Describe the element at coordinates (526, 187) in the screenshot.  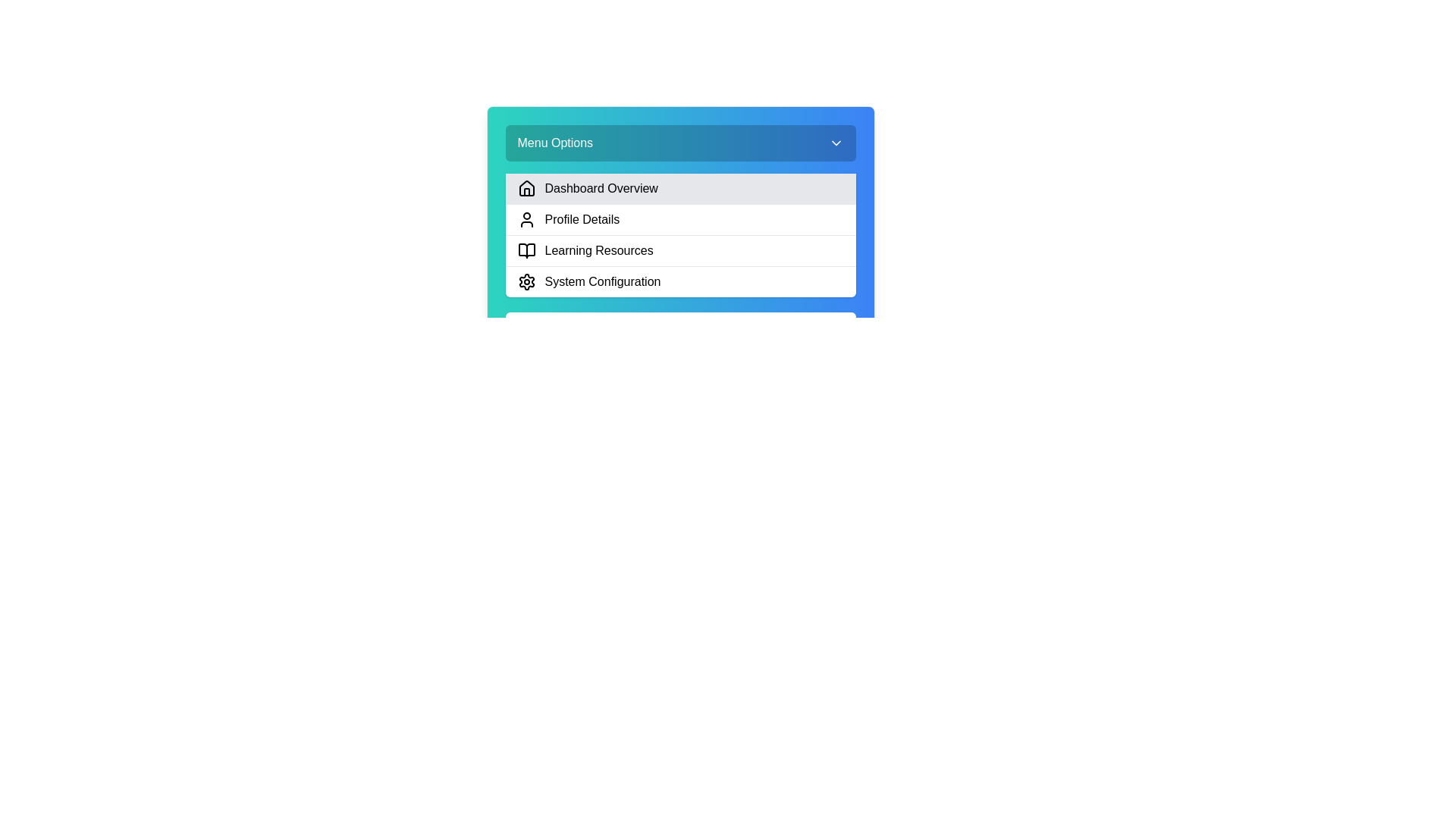
I see `the 'Dashboard Overview' icon located at the top-left section of the menu panel` at that location.